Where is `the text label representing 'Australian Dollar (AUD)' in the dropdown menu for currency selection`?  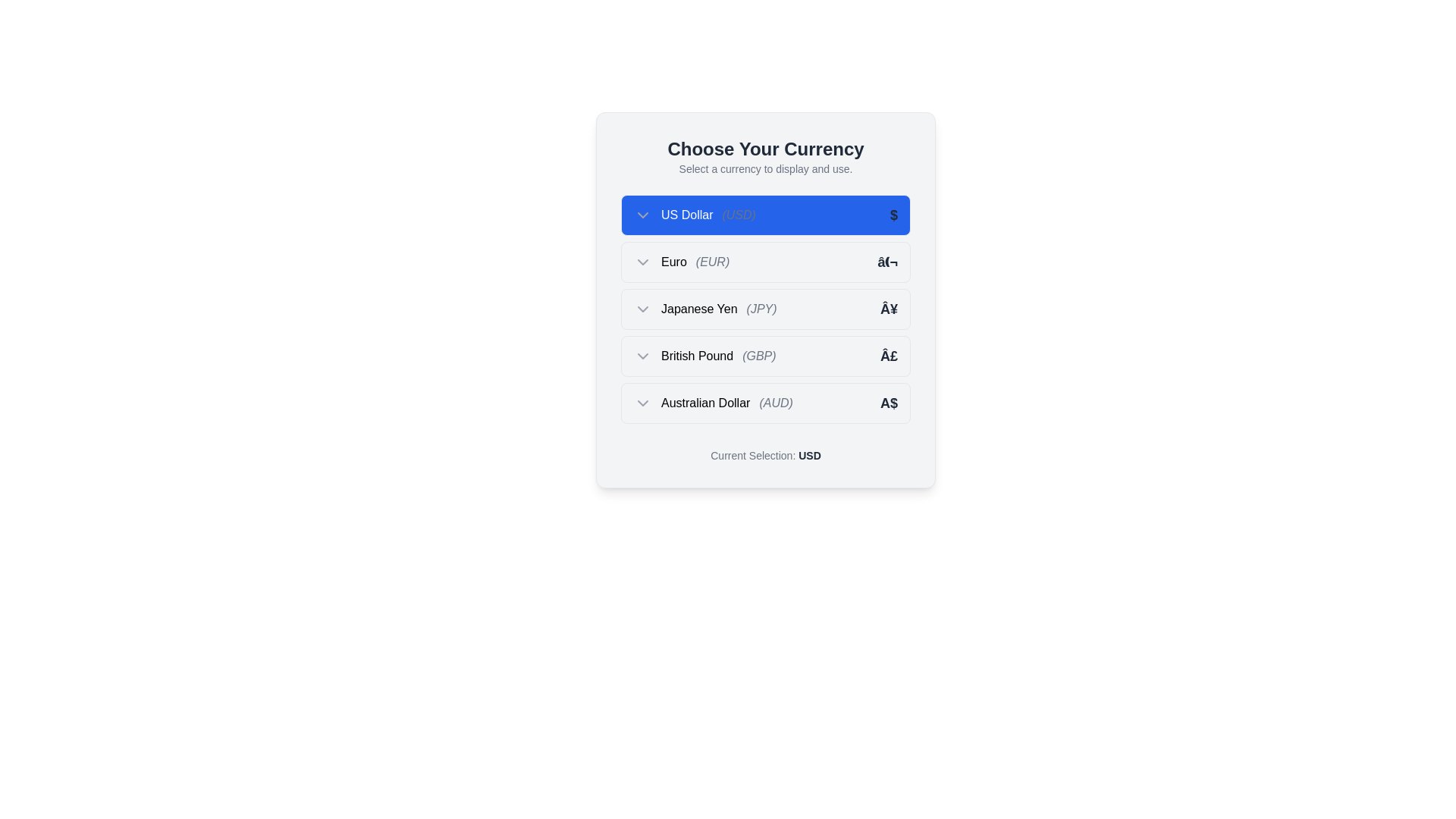 the text label representing 'Australian Dollar (AUD)' in the dropdown menu for currency selection is located at coordinates (704, 403).